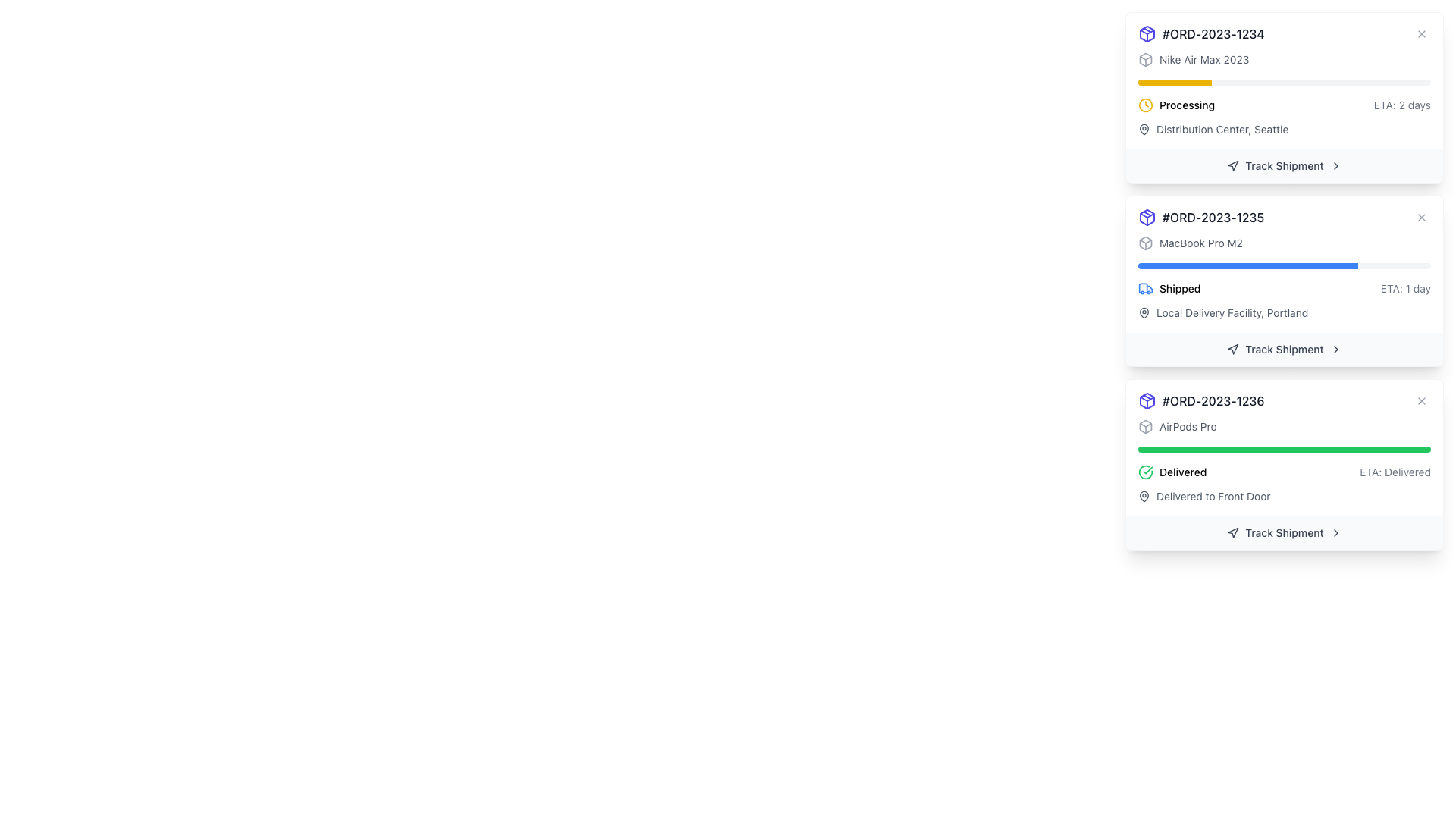 This screenshot has height=819, width=1456. What do you see at coordinates (1146, 472) in the screenshot?
I see `the delivery status icon that visually represents the order status as 'Delivered', located to the left of the text 'Delivered' within the status bar of the order summary card` at bounding box center [1146, 472].